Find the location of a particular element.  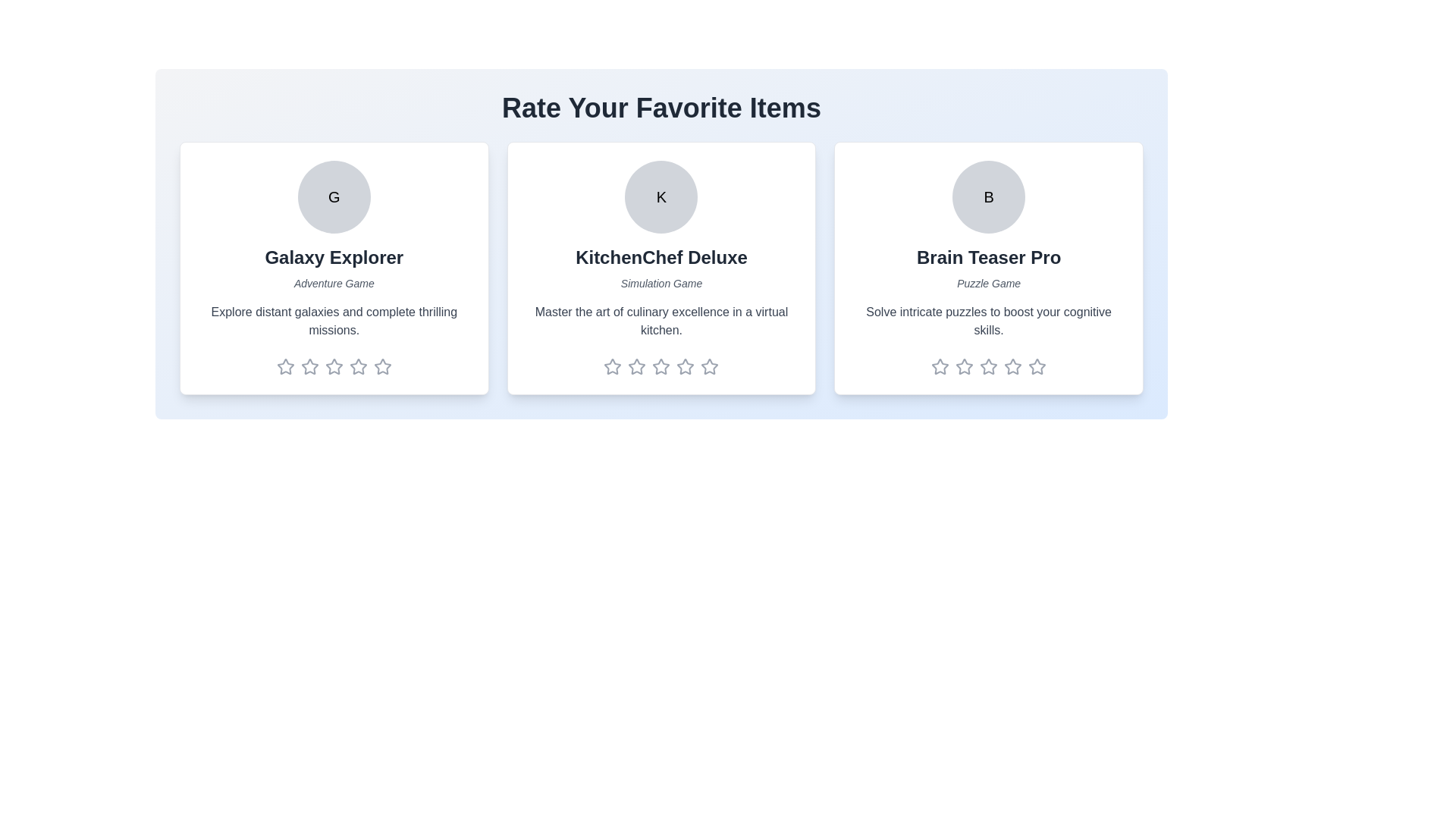

the rating of the item to 1 stars by clicking on the corresponding star is located at coordinates (285, 366).